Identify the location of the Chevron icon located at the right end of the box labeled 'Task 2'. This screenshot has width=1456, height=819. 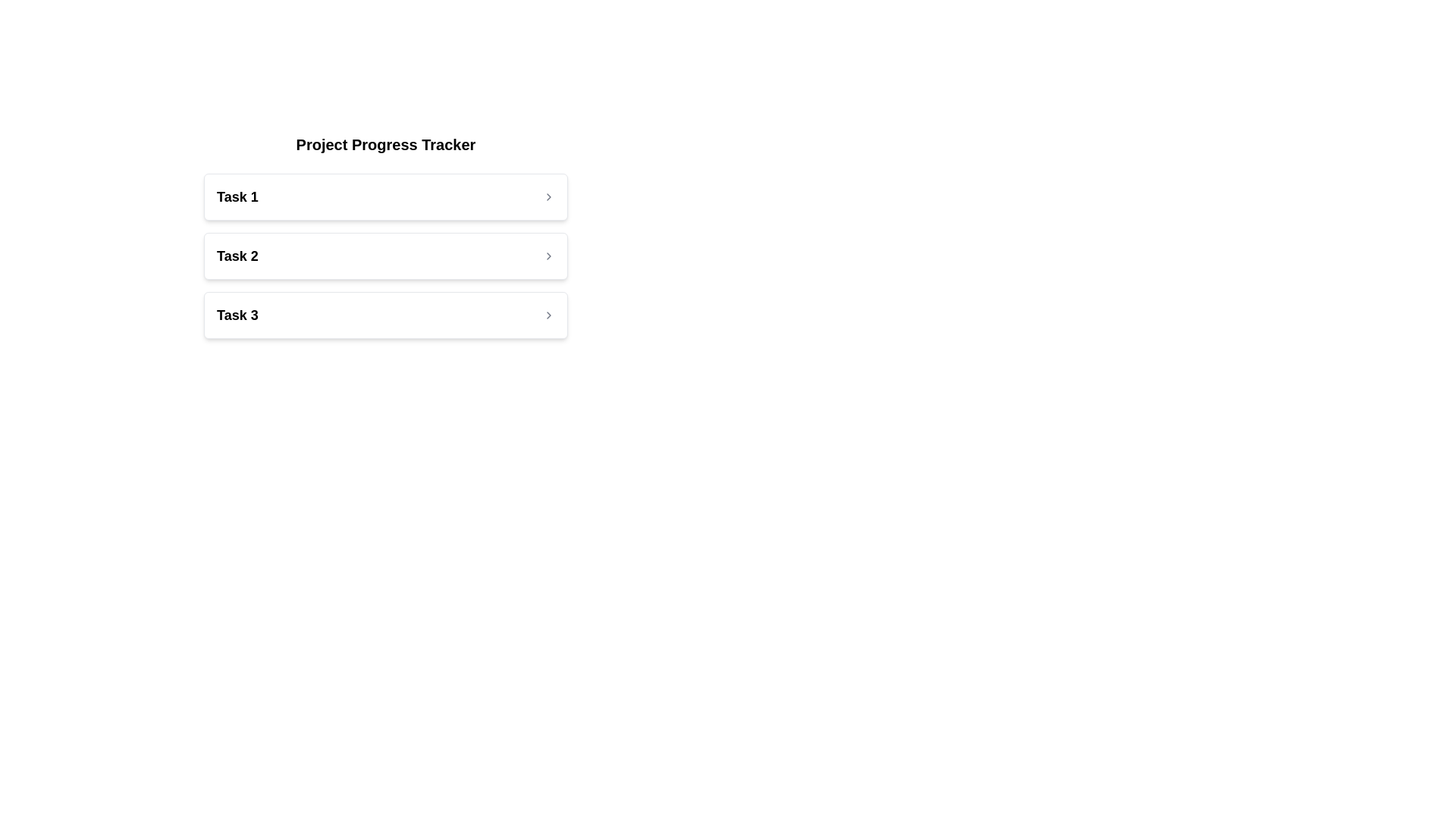
(548, 256).